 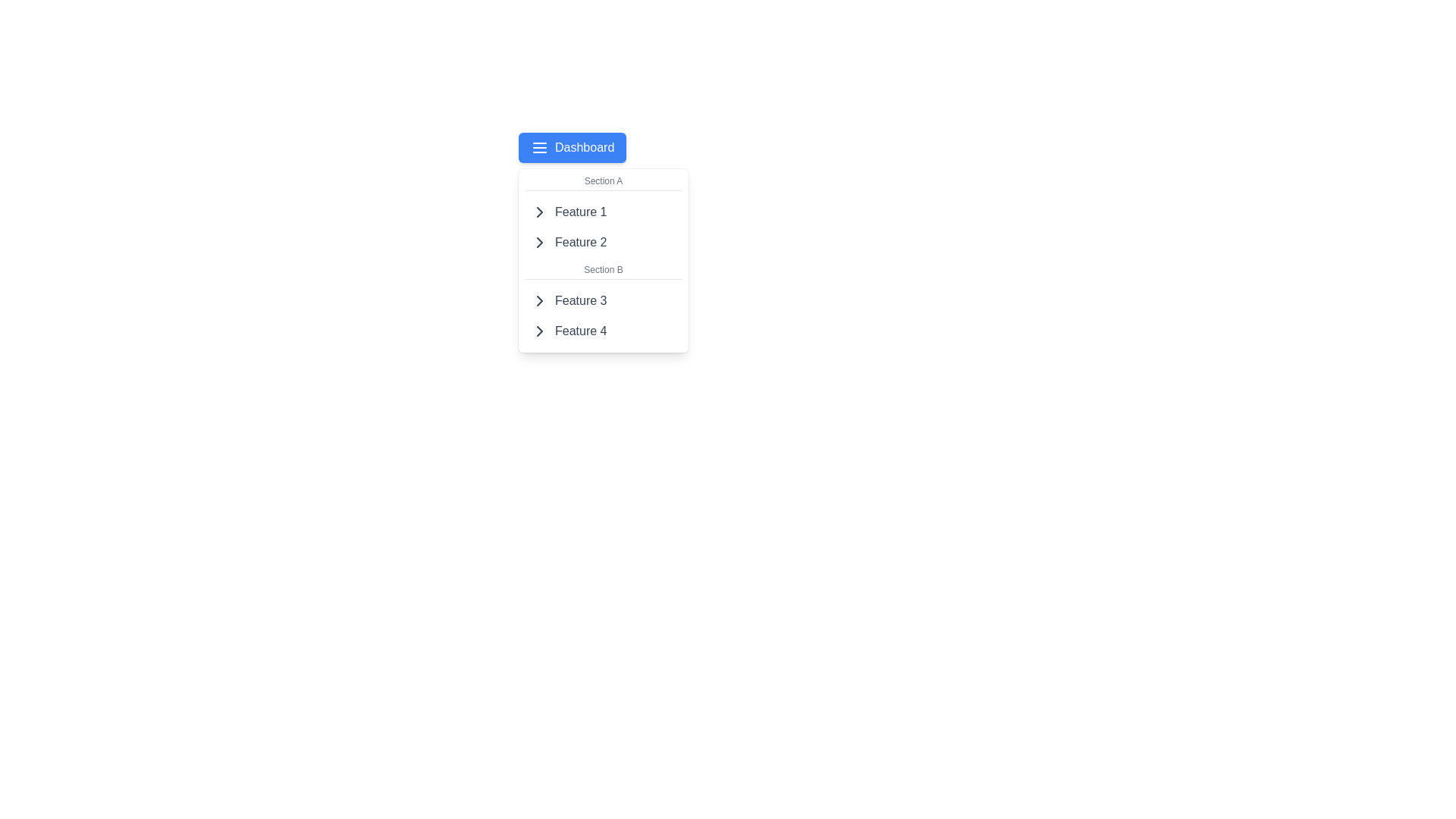 What do you see at coordinates (603, 180) in the screenshot?
I see `the Text label that serves as a section header for 'Section A', positioned above the horizontal divider and two list items labeled 'Feature 1' and 'Feature 2'` at bounding box center [603, 180].